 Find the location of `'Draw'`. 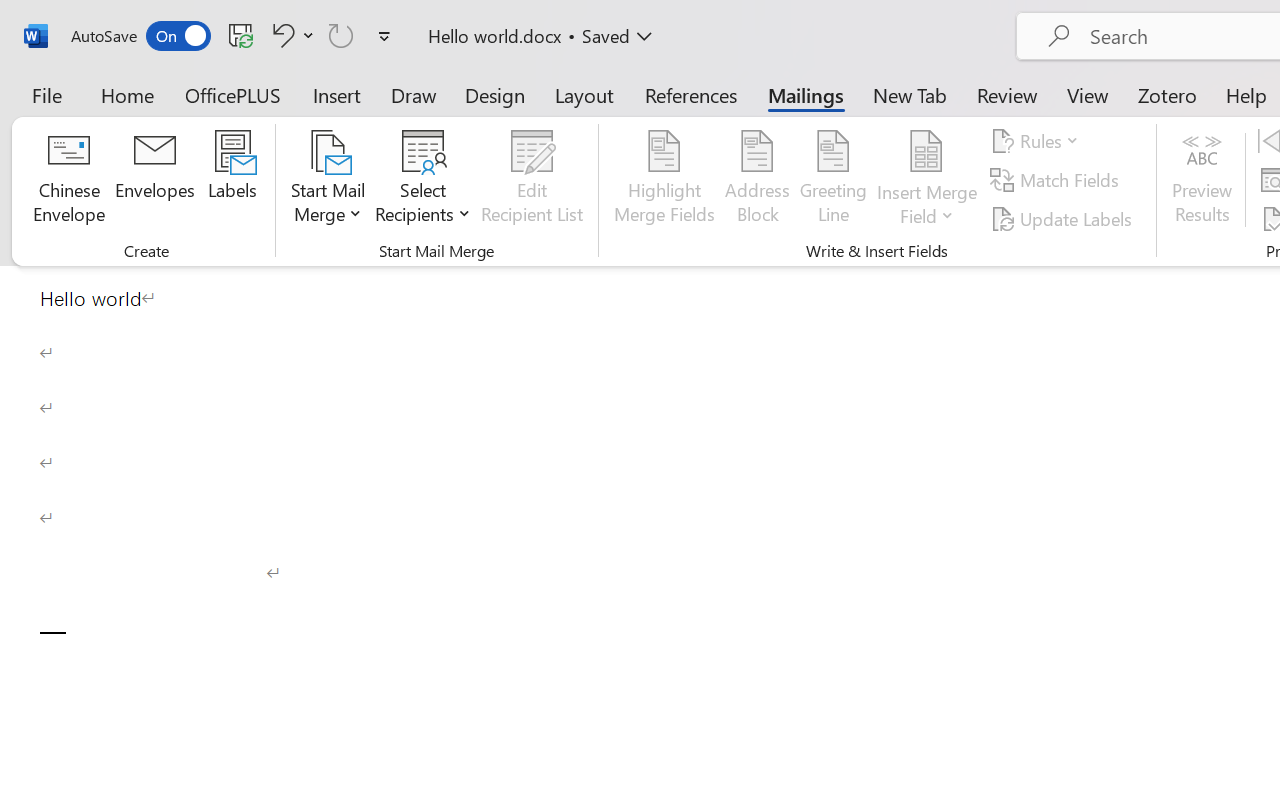

'Draw' is located at coordinates (413, 94).